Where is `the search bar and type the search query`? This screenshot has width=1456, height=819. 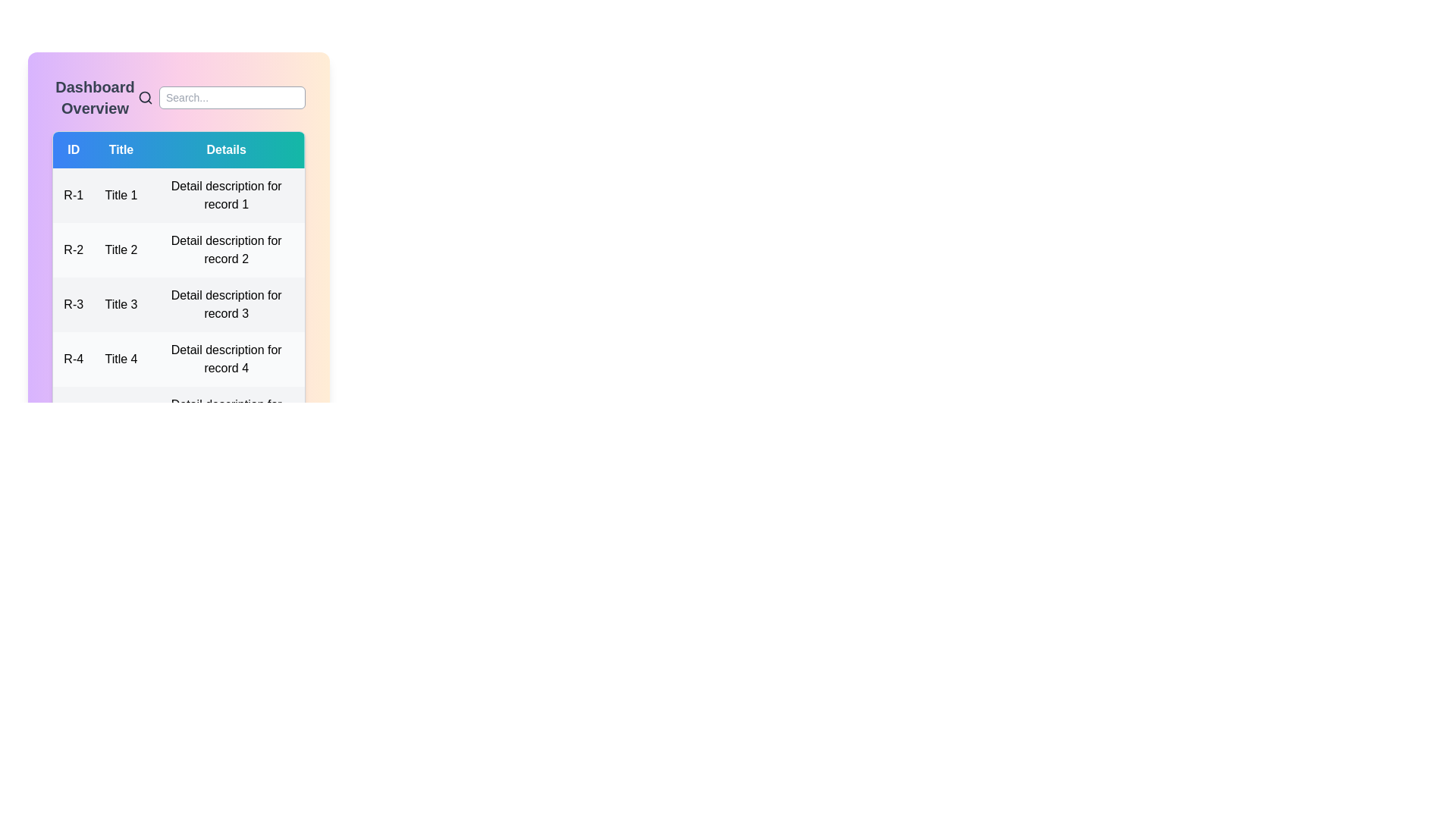
the search bar and type the search query is located at coordinates (231, 97).